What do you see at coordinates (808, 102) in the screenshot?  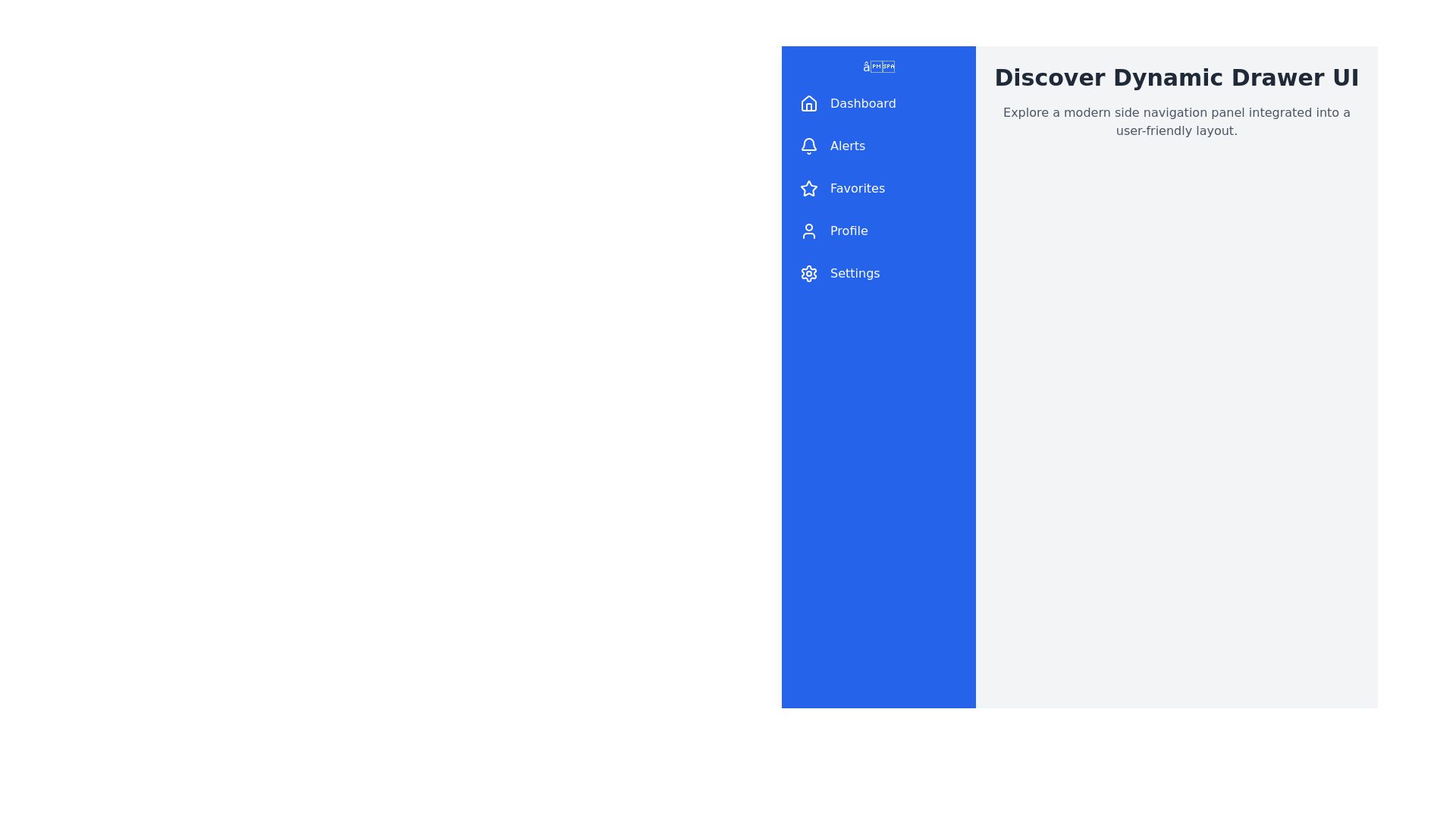 I see `the house-shaped icon located at the top of the blue vertical sidebar menu` at bounding box center [808, 102].